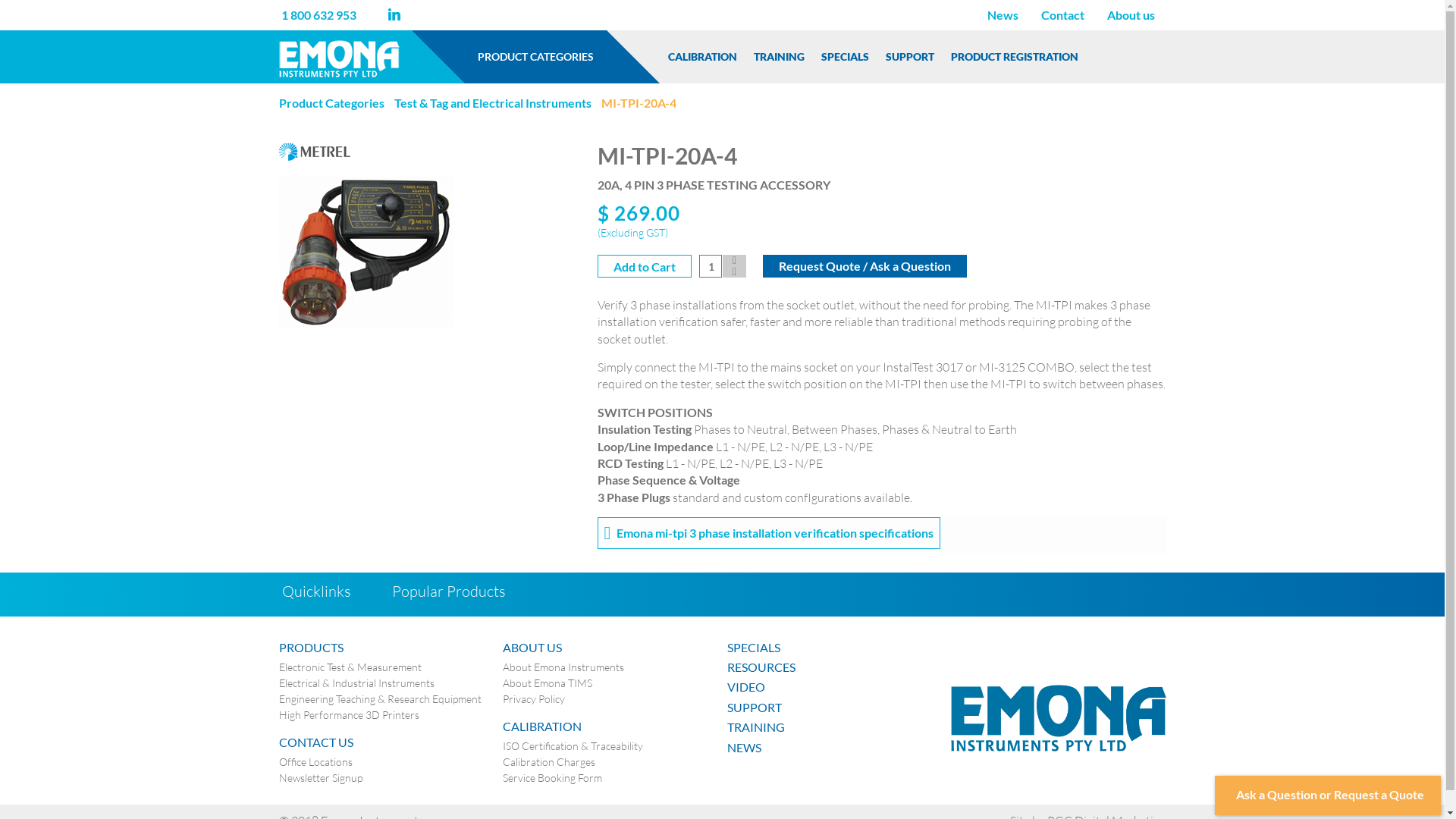 The image size is (1456, 819). I want to click on 'Privacy Policy', so click(534, 698).